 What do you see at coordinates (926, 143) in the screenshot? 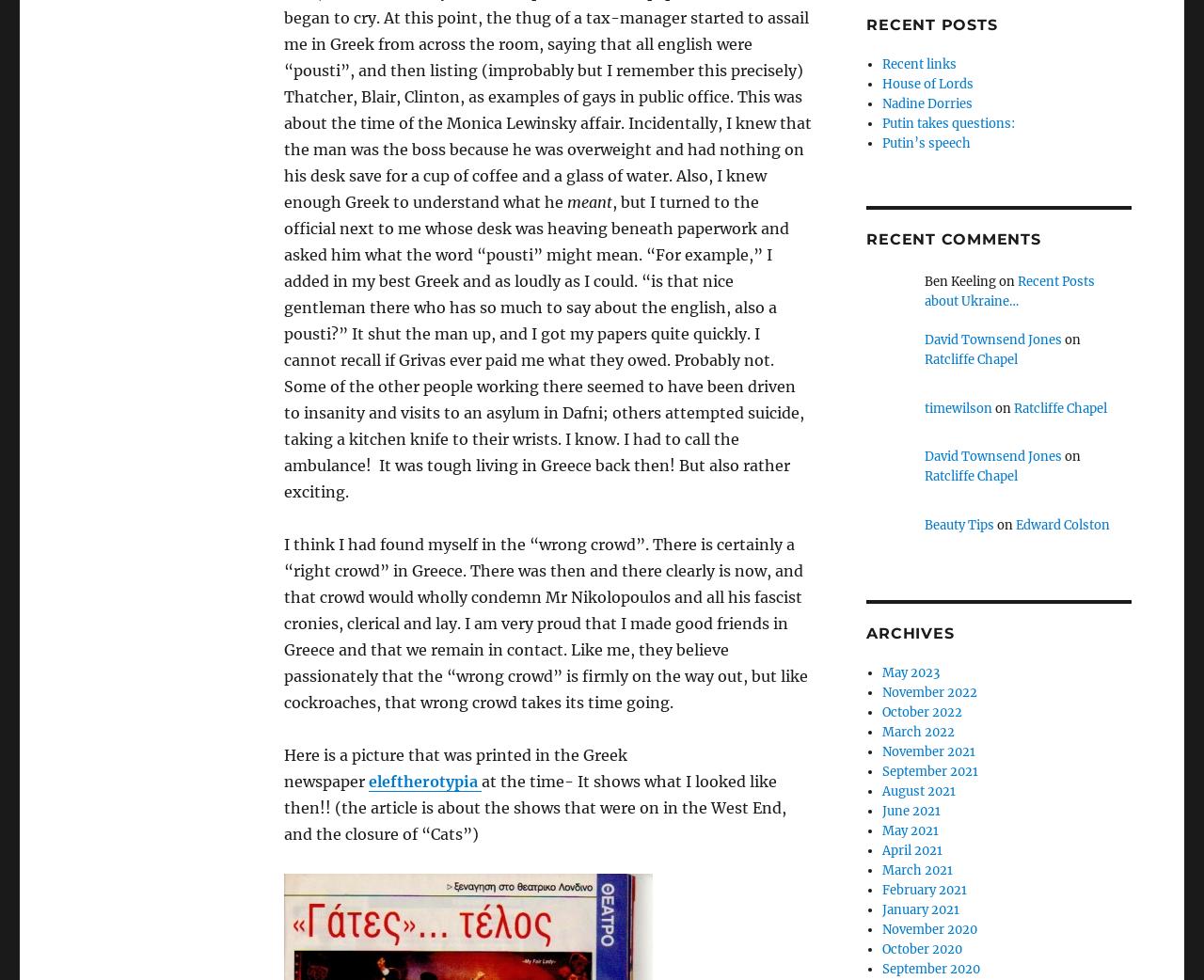
I see `'Putin’s speech'` at bounding box center [926, 143].